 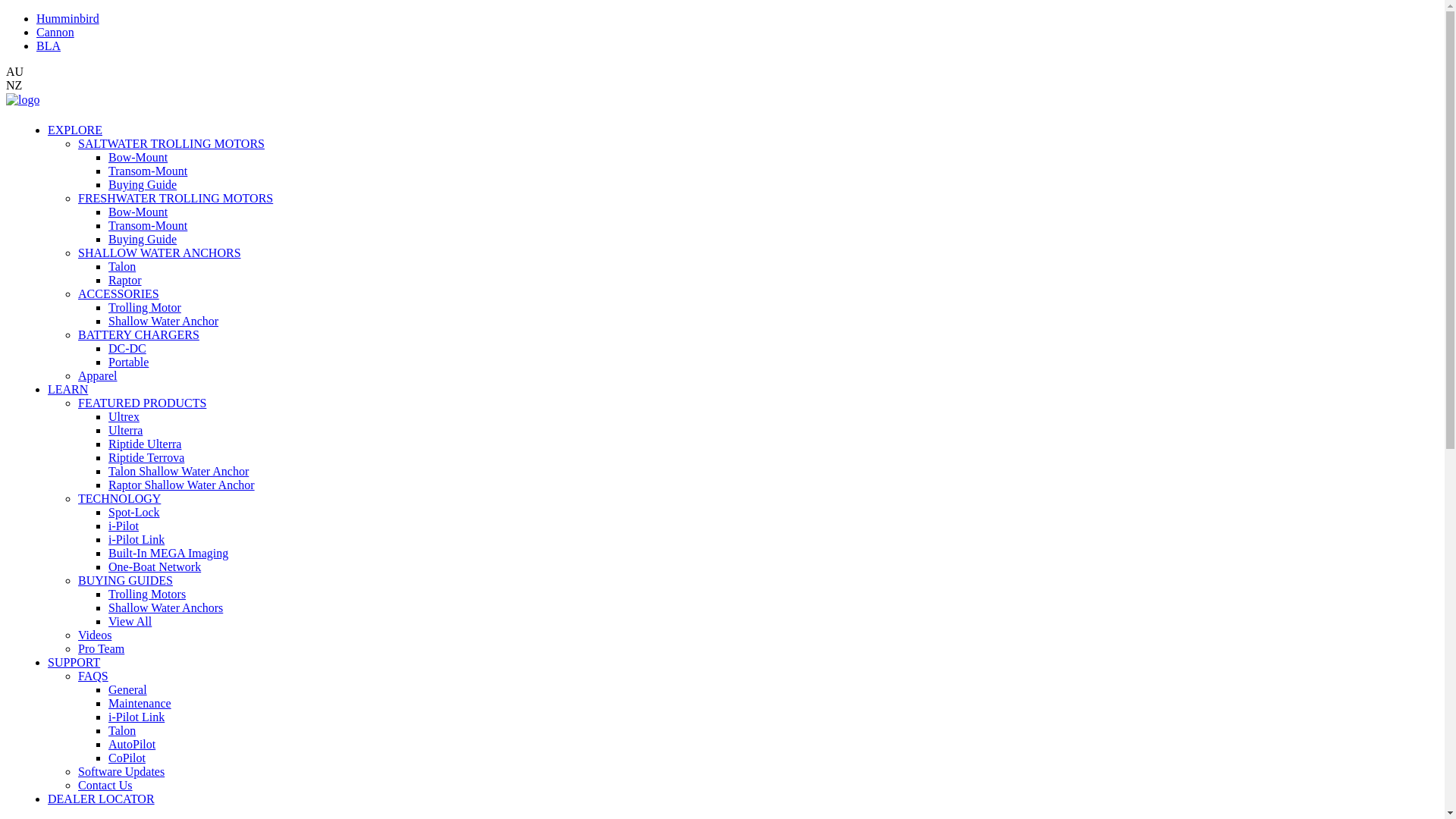 I want to click on 'Riptide Terrova', so click(x=146, y=457).